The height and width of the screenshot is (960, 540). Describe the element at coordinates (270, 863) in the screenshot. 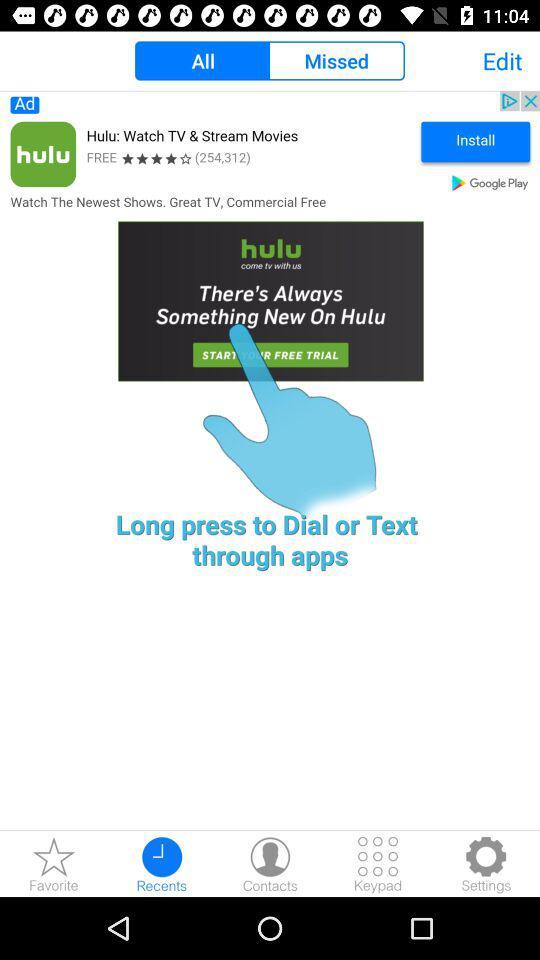

I see `contact button` at that location.